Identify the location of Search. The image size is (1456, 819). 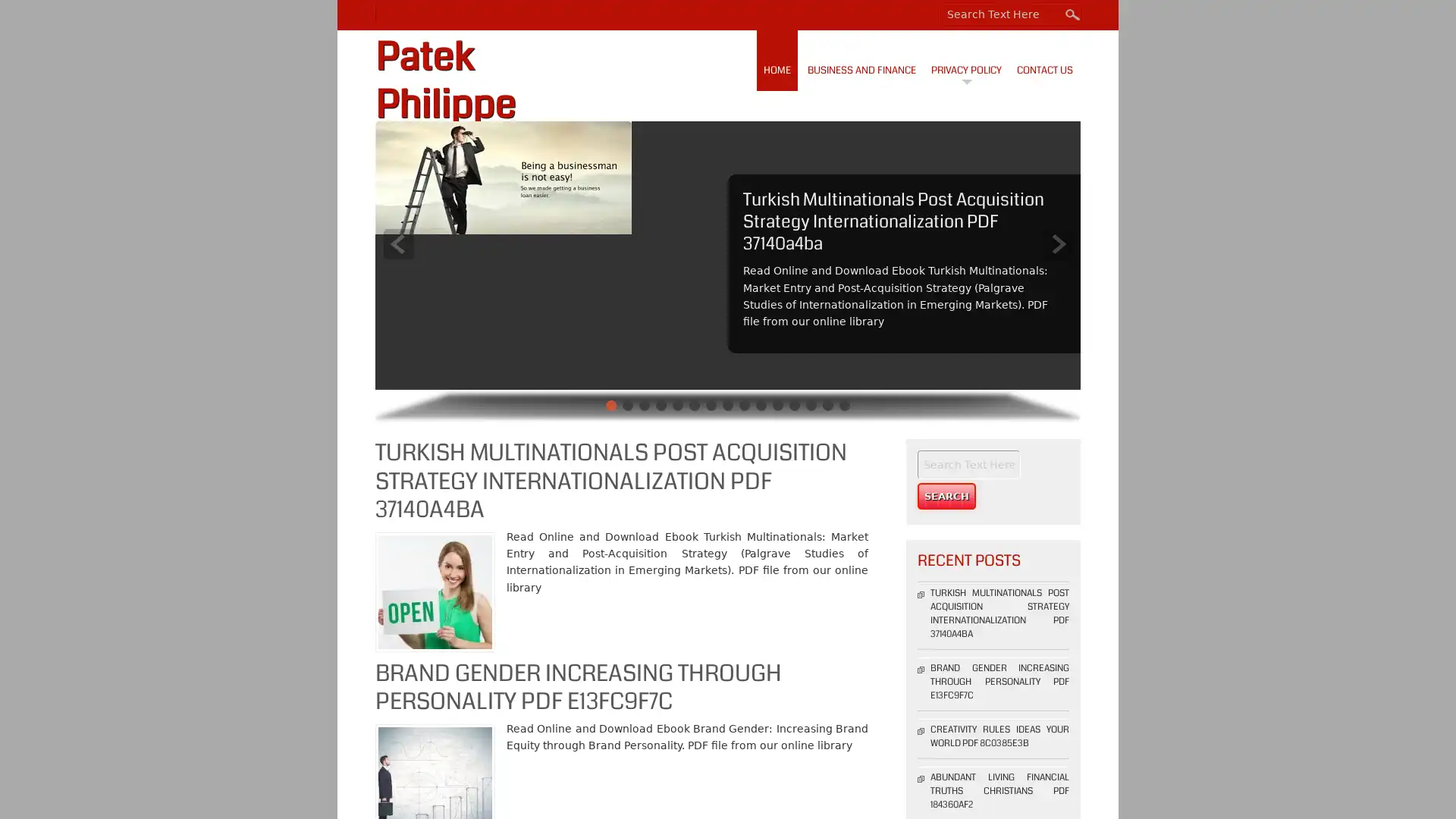
(946, 496).